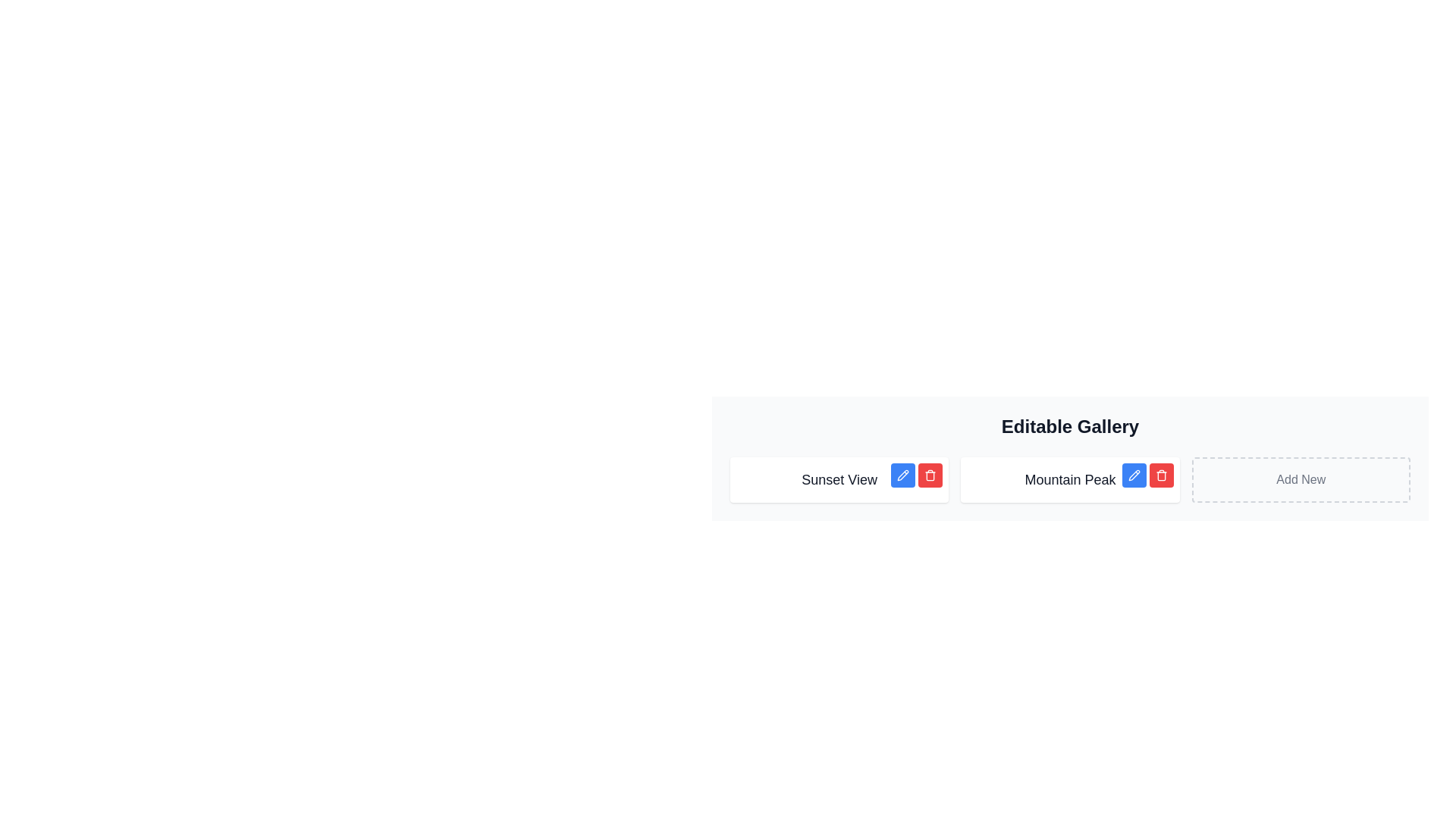  What do you see at coordinates (1147, 475) in the screenshot?
I see `the red delete button located in the top-right corner of the 'Mountain Peak' card, which is represented by a trash symbol on a red background` at bounding box center [1147, 475].